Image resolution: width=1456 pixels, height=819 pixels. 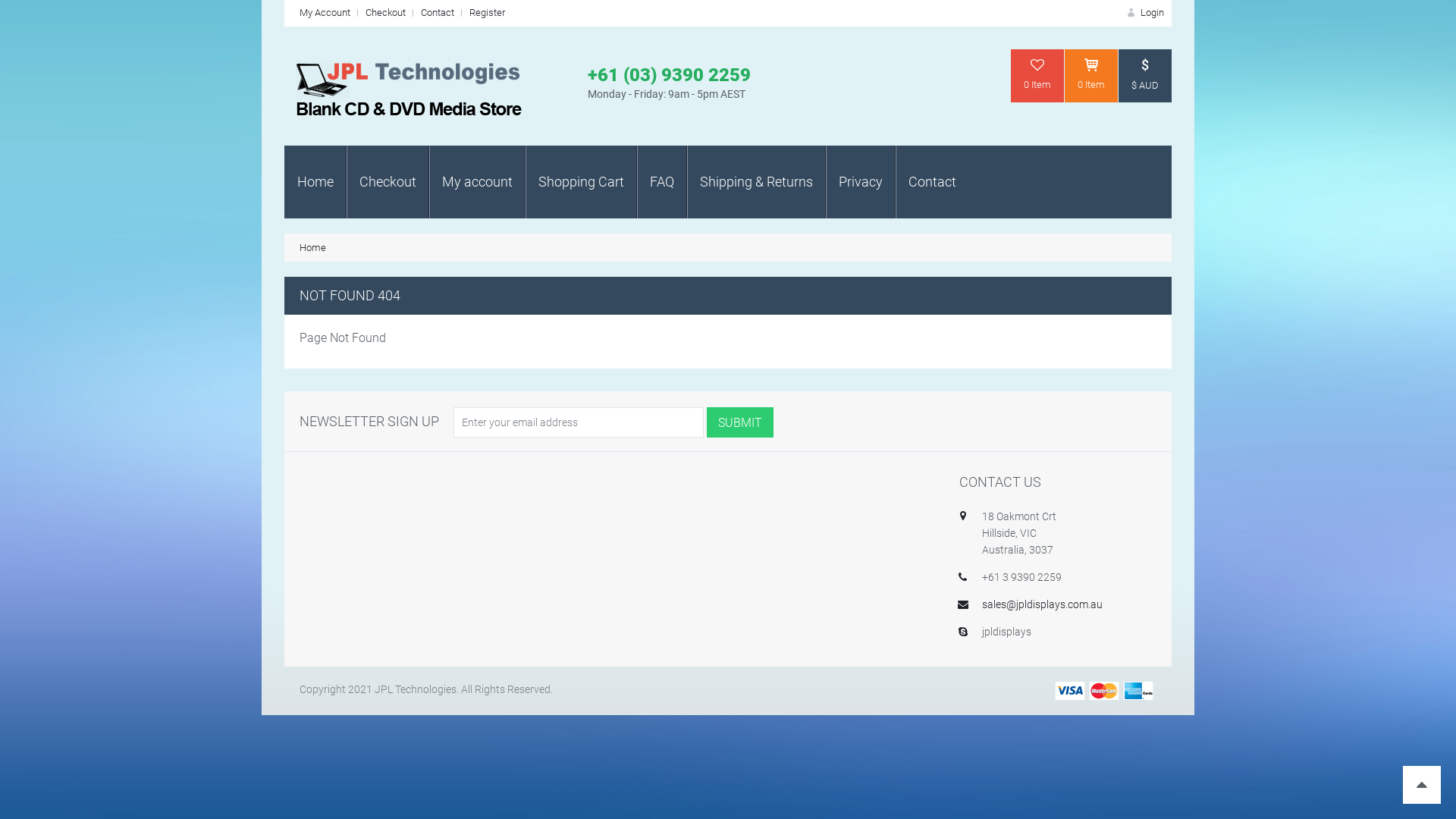 What do you see at coordinates (487, 12) in the screenshot?
I see `'Register'` at bounding box center [487, 12].